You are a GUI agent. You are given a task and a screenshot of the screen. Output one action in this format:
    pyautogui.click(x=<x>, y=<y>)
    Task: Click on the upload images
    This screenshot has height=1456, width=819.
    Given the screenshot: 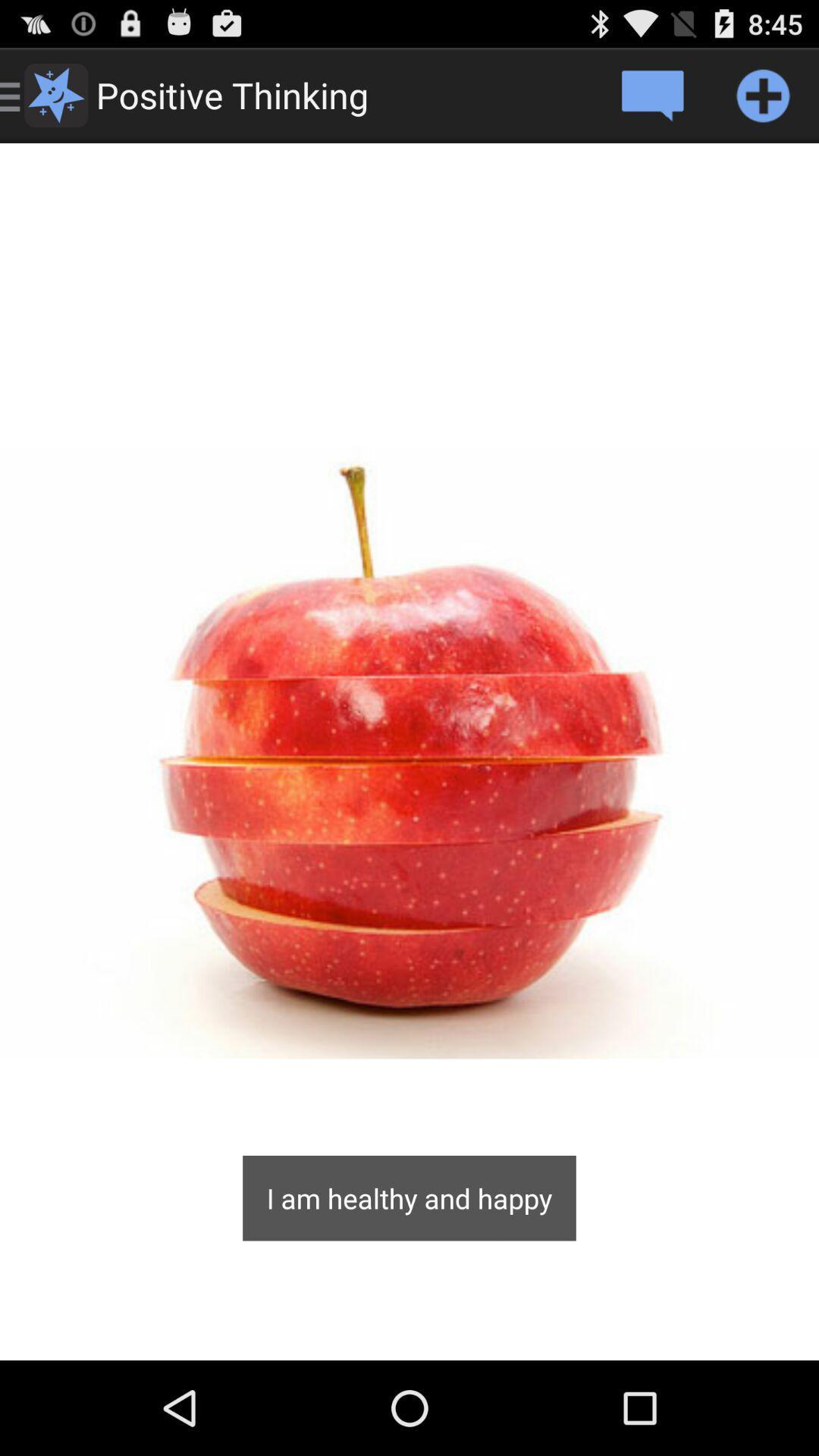 What is the action you would take?
    pyautogui.click(x=763, y=94)
    